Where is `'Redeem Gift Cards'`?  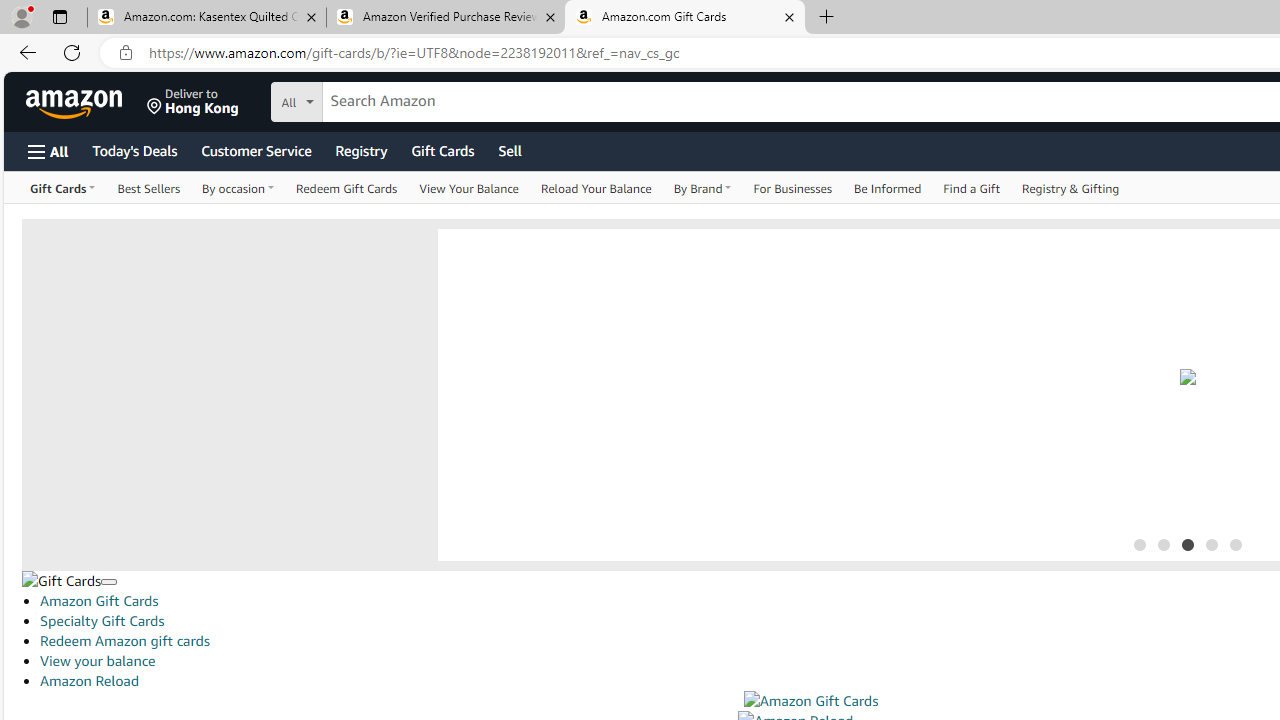 'Redeem Gift Cards' is located at coordinates (347, 187).